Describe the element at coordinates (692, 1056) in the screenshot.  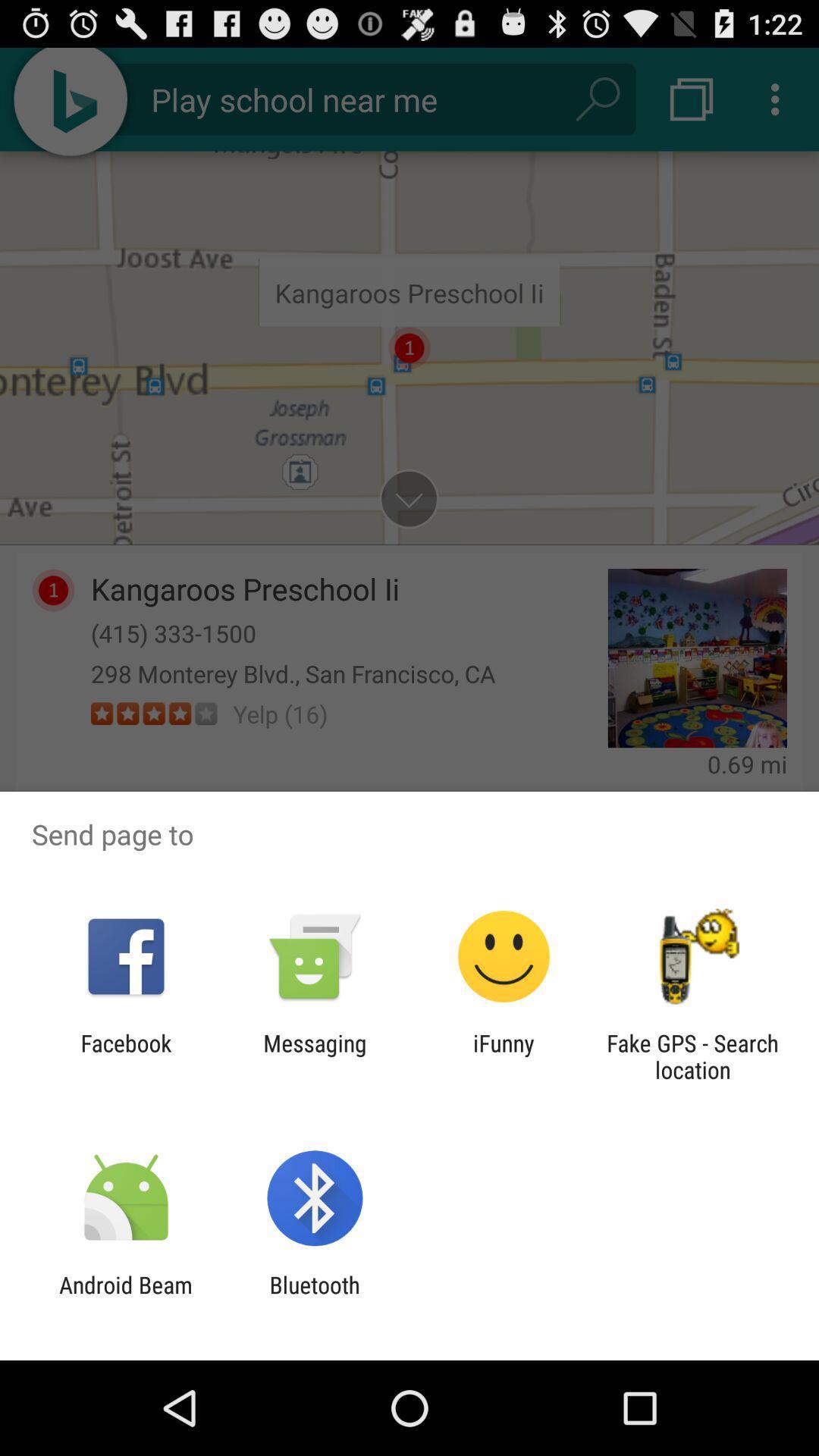
I see `the icon to the right of the ifunny icon` at that location.